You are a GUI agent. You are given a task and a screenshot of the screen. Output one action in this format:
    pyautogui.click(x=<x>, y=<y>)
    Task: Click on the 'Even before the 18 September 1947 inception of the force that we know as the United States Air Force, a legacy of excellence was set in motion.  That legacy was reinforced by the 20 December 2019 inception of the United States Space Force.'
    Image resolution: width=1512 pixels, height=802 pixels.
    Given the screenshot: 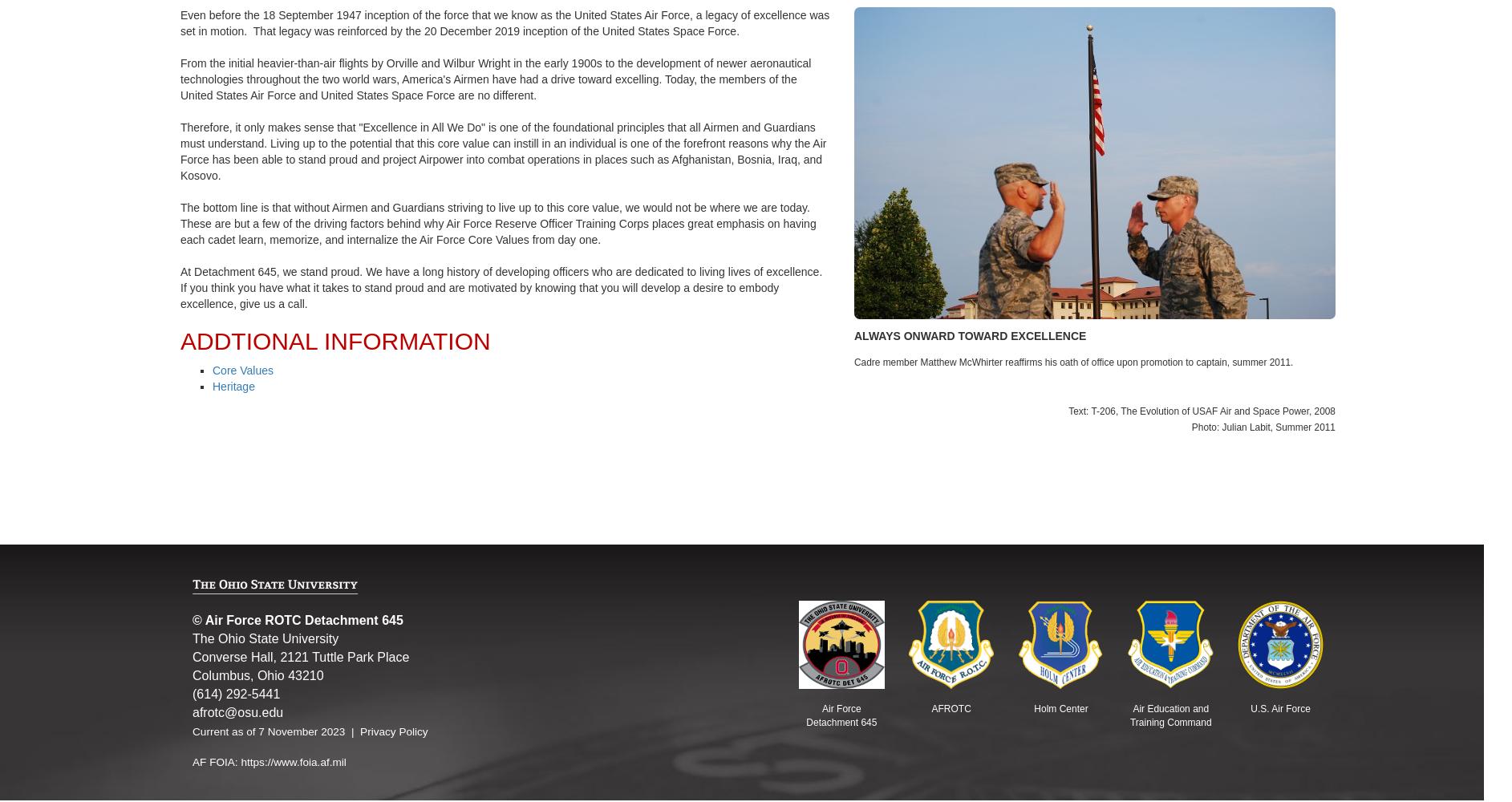 What is the action you would take?
    pyautogui.click(x=504, y=22)
    